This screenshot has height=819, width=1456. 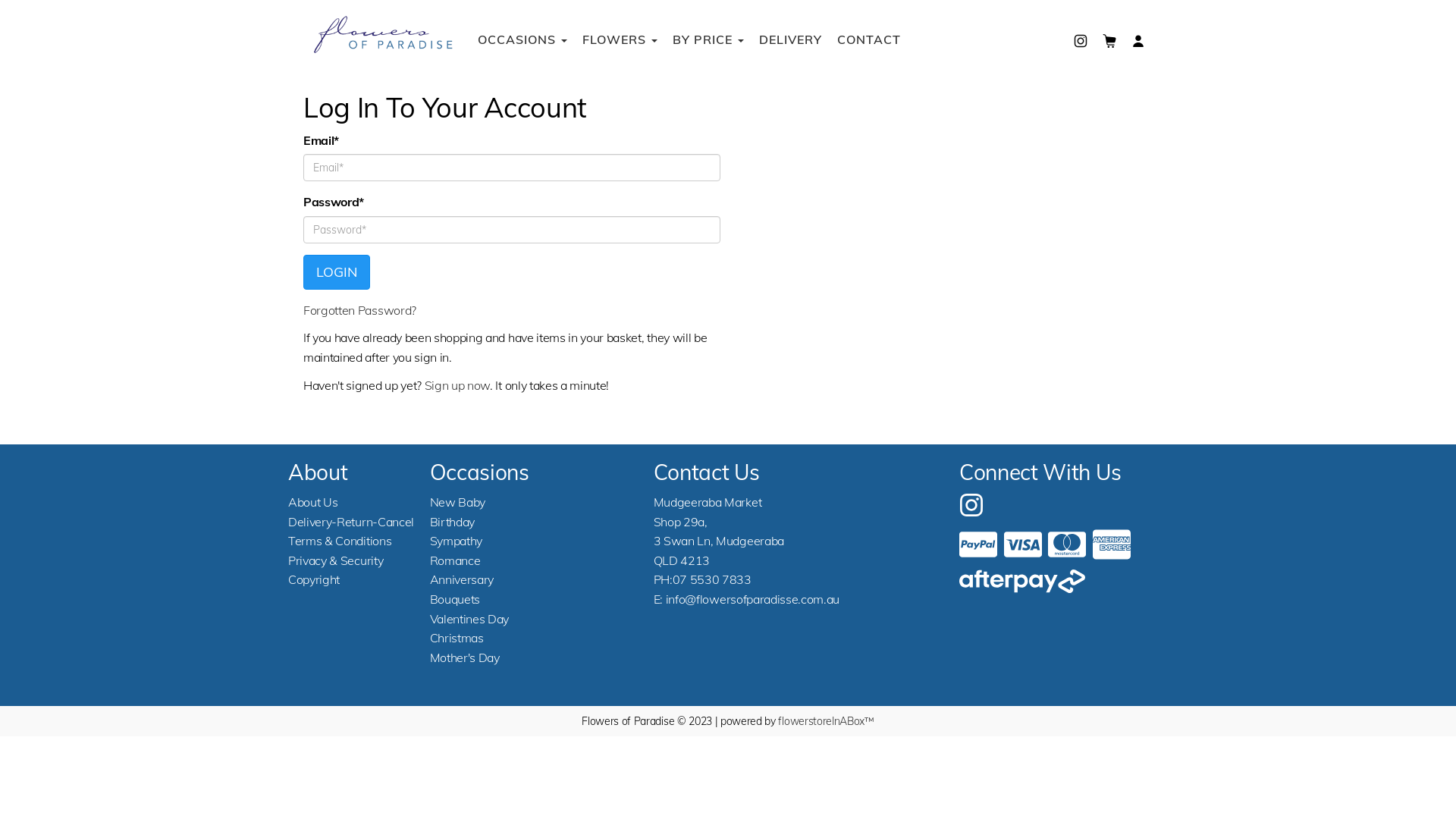 I want to click on 'FLOWERS', so click(x=574, y=38).